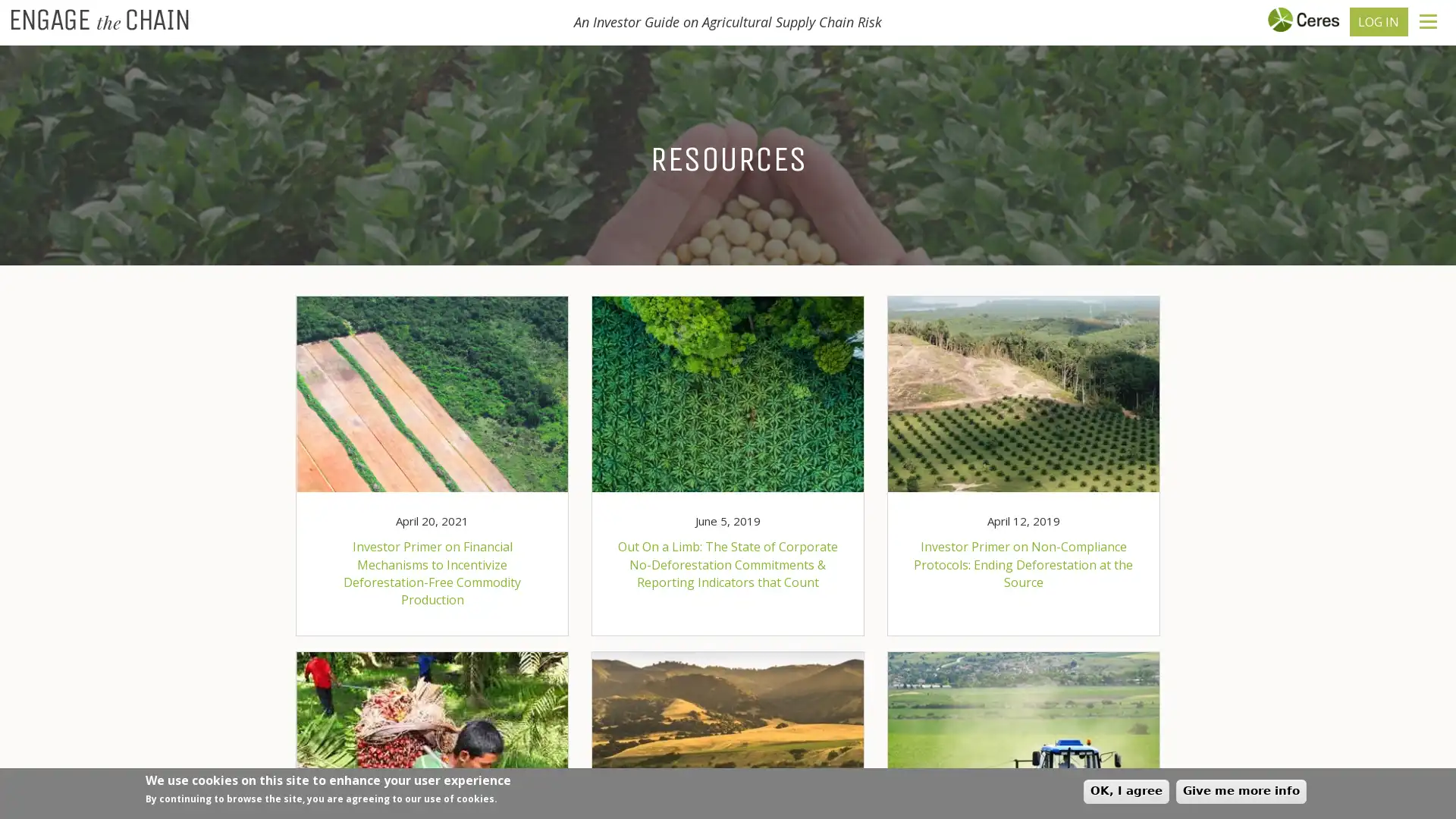  What do you see at coordinates (1241, 790) in the screenshot?
I see `Give me more info` at bounding box center [1241, 790].